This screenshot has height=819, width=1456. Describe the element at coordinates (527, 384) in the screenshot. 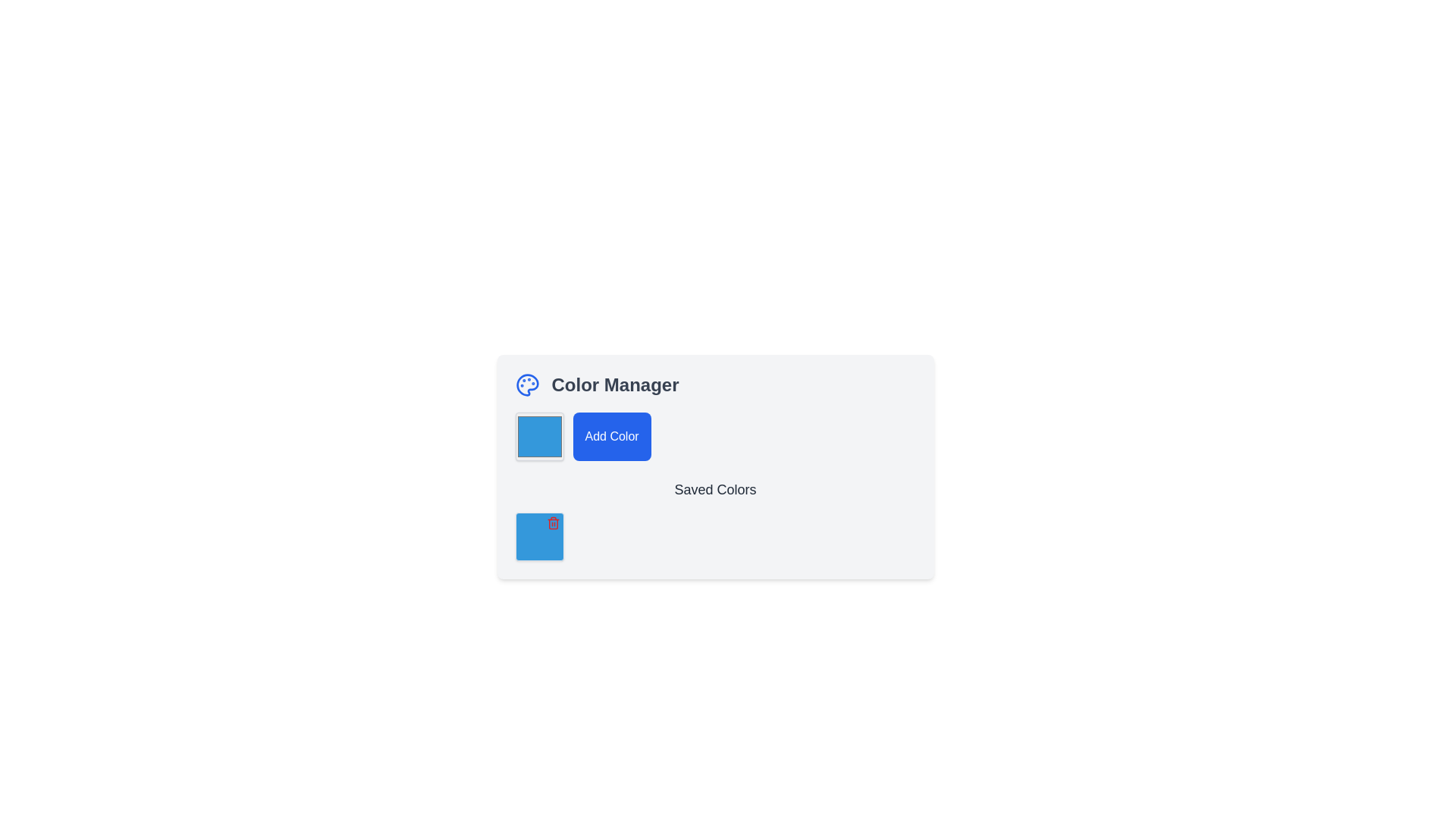

I see `the decorative icon representing the 'Color Manager' located in the top-left quadrant of the interface, adjacent to the 'Color Manager' title` at that location.